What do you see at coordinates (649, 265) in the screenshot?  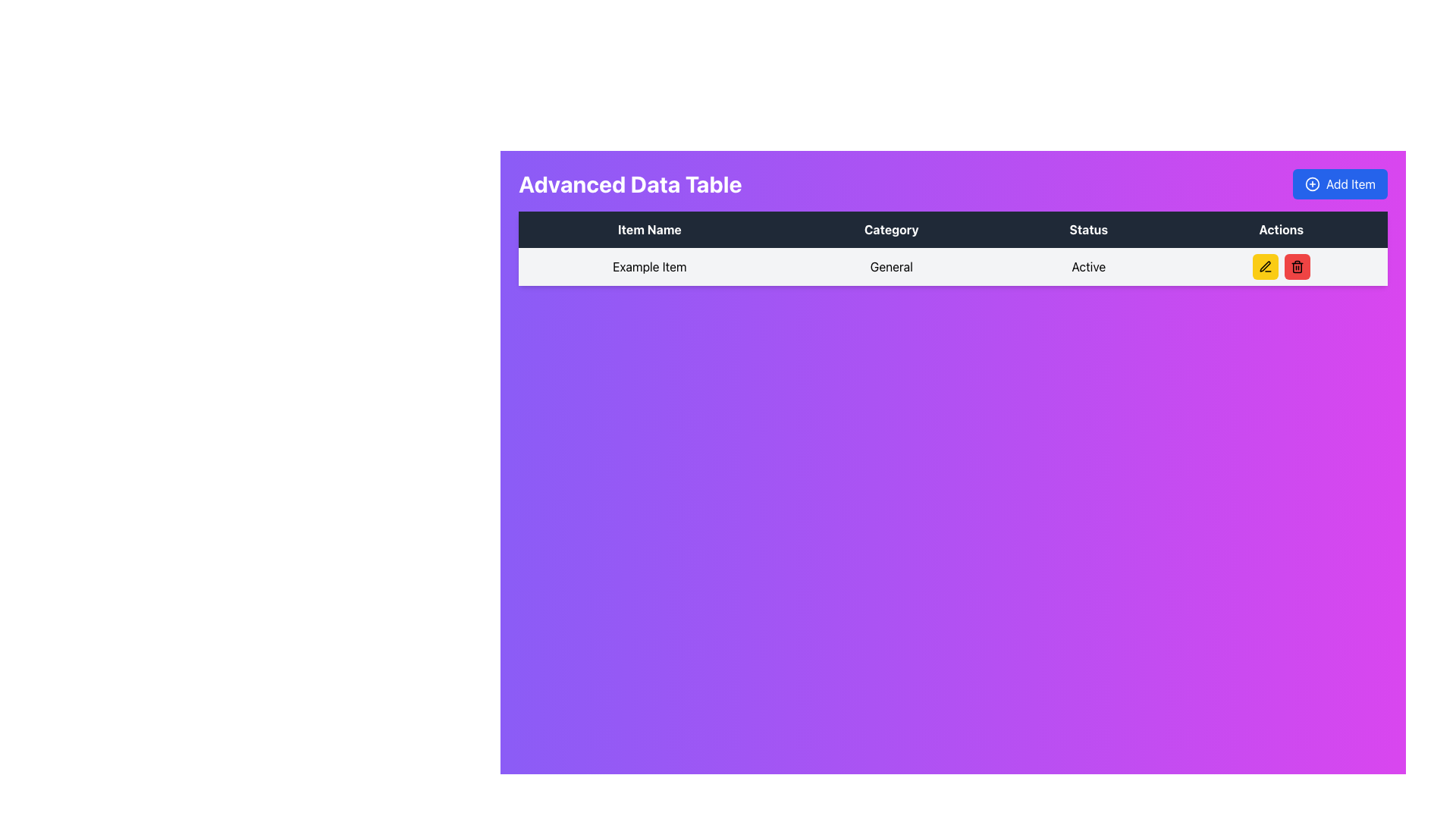 I see `the text label 'Example Item' in the first column of the table, which displays item names` at bounding box center [649, 265].